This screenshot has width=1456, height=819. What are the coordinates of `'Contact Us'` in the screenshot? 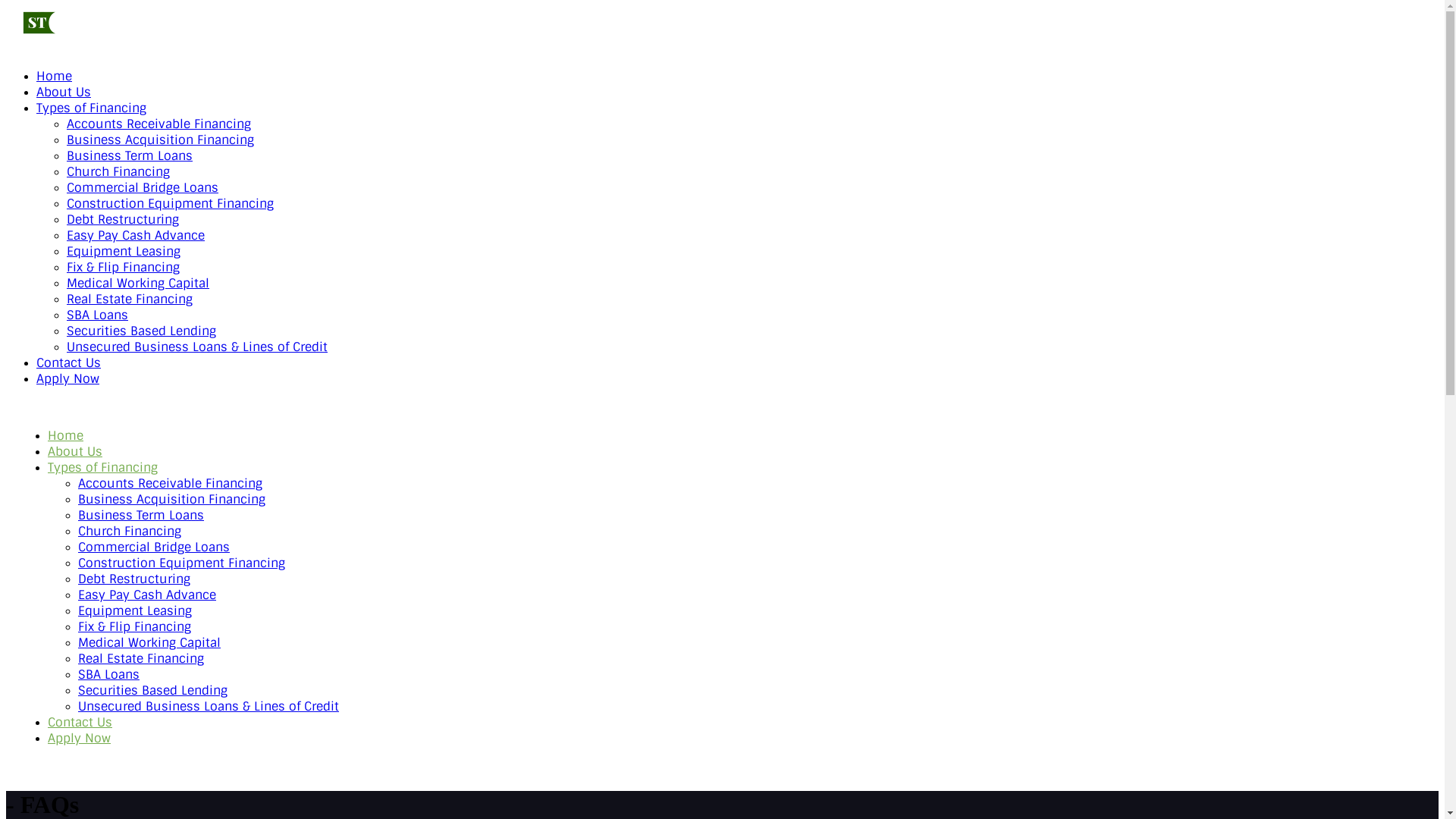 It's located at (79, 721).